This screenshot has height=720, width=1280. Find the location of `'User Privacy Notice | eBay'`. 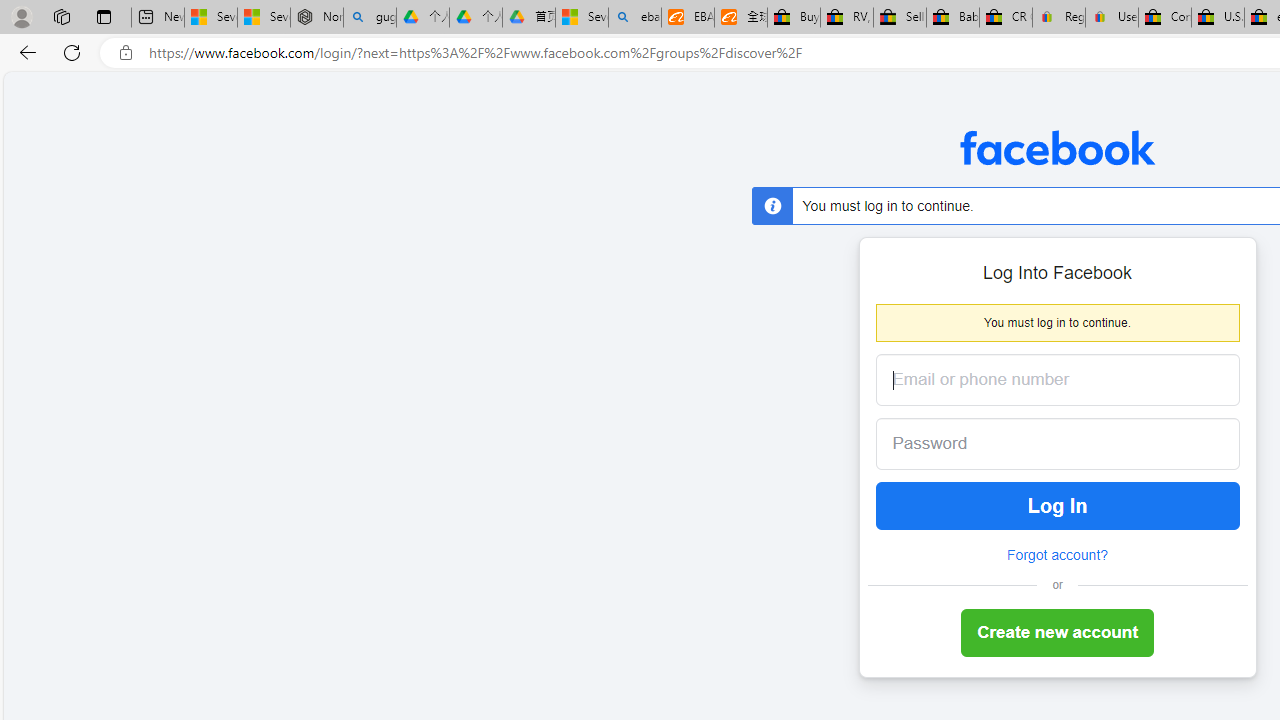

'User Privacy Notice | eBay' is located at coordinates (1110, 17).